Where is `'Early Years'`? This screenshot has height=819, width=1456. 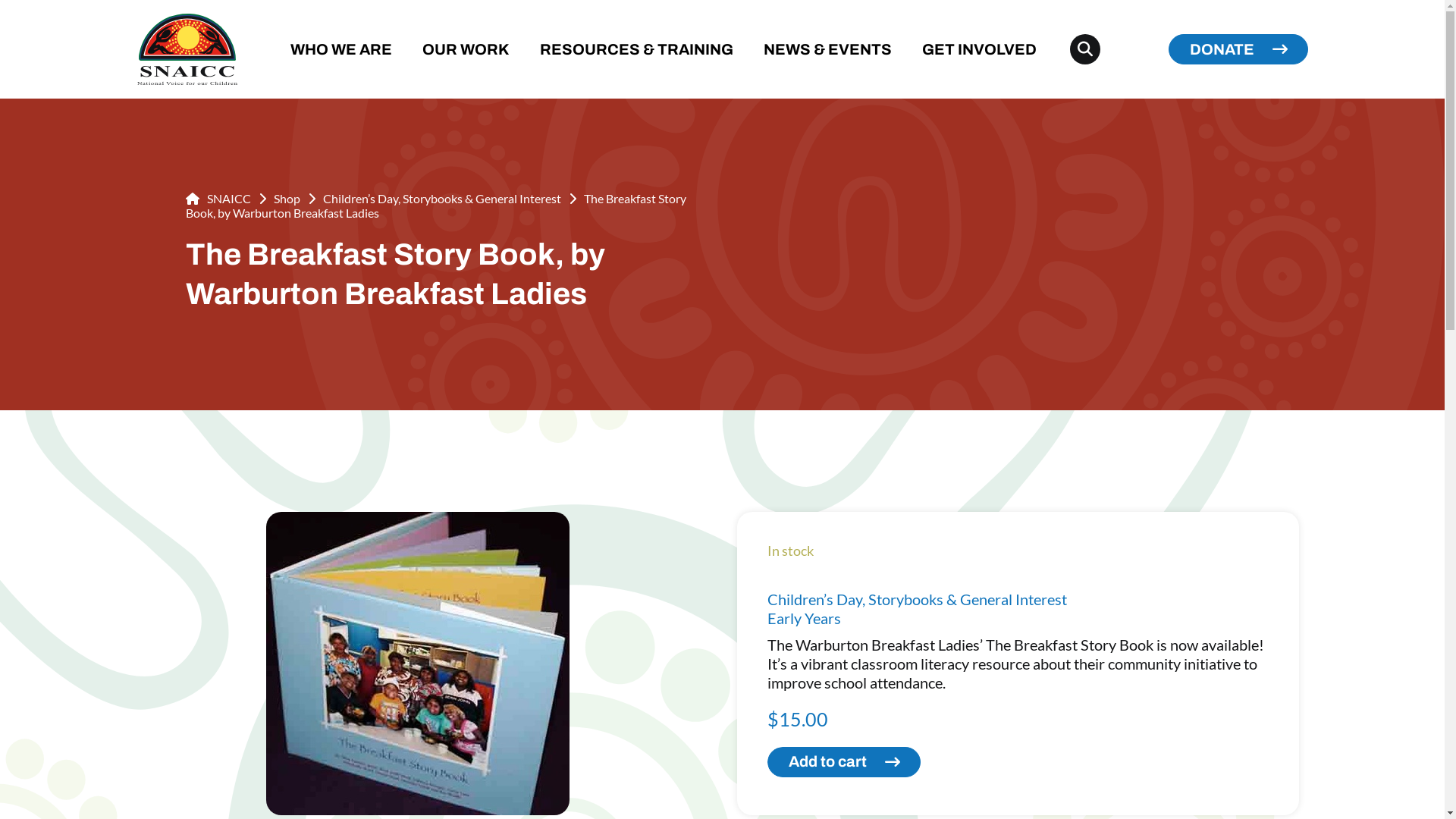 'Early Years' is located at coordinates (803, 617).